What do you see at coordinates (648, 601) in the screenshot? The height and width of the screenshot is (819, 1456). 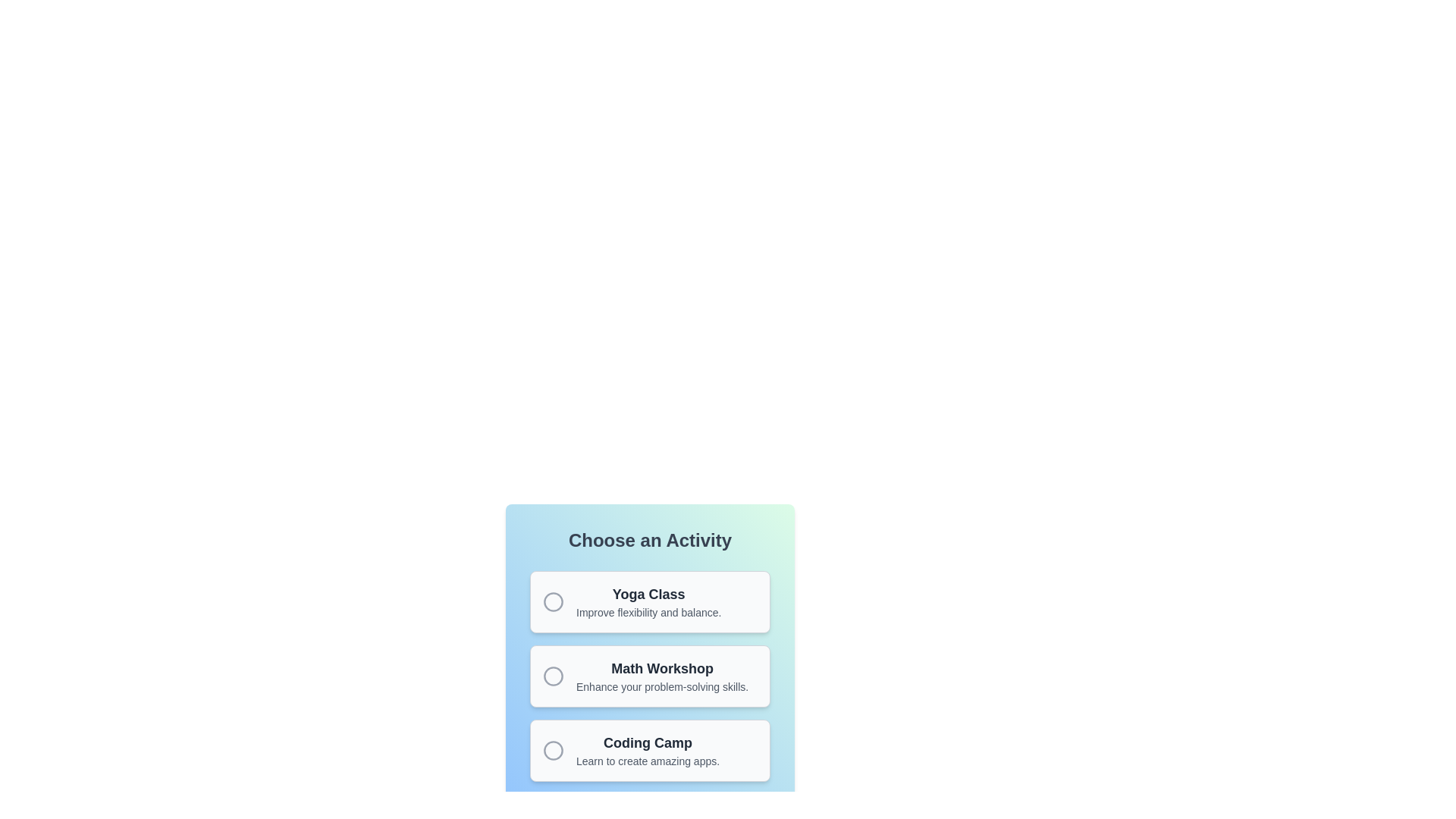 I see `the descriptive text element titled 'Yoga Class' which includes the subtitle 'Improve flexibility and balance.'` at bounding box center [648, 601].